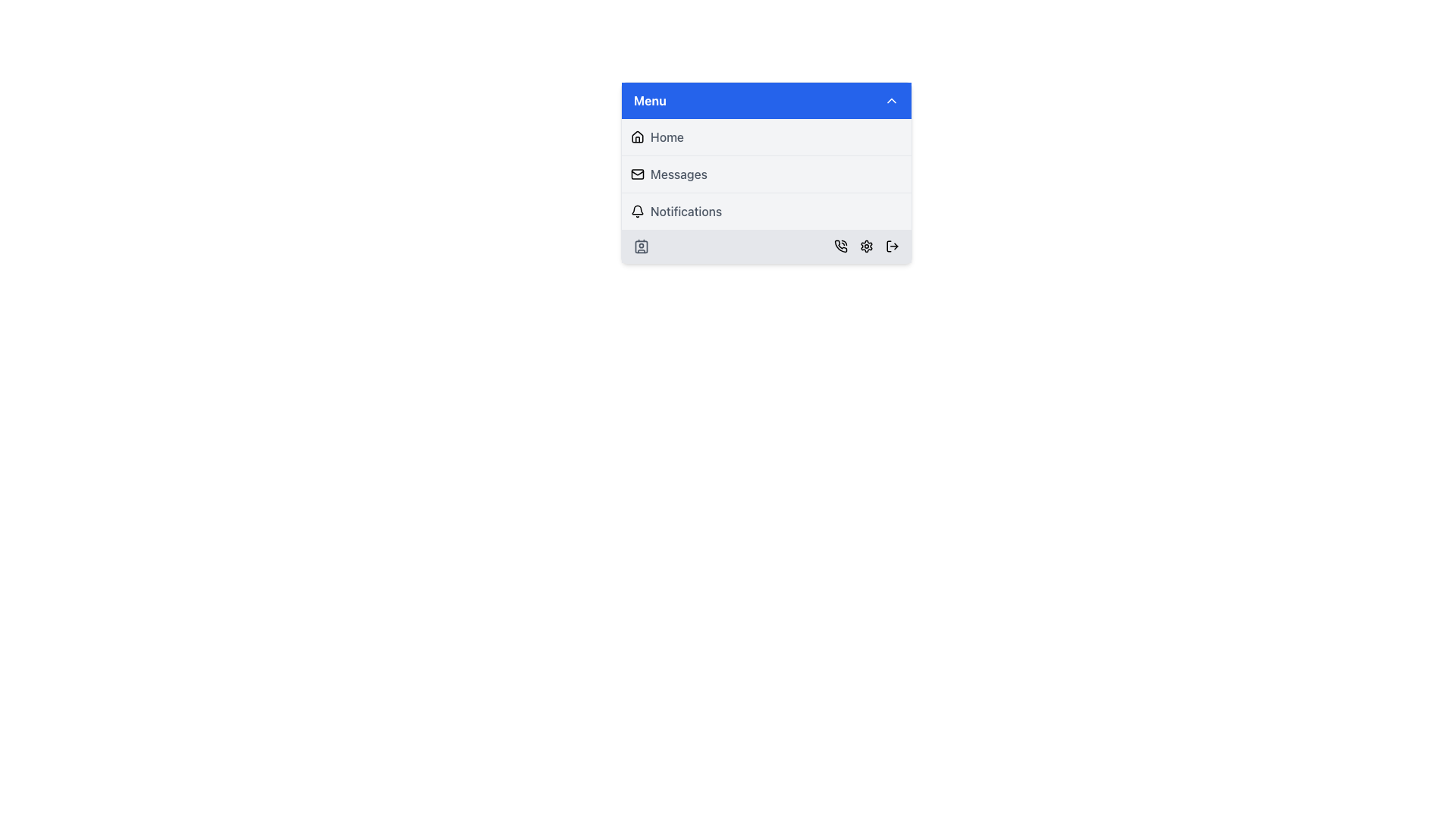 This screenshot has height=819, width=1456. I want to click on the top left segment of the phone call icon within the menu interface, which features a classic phone symbol and radiating waves indicating a call signal, so click(839, 245).